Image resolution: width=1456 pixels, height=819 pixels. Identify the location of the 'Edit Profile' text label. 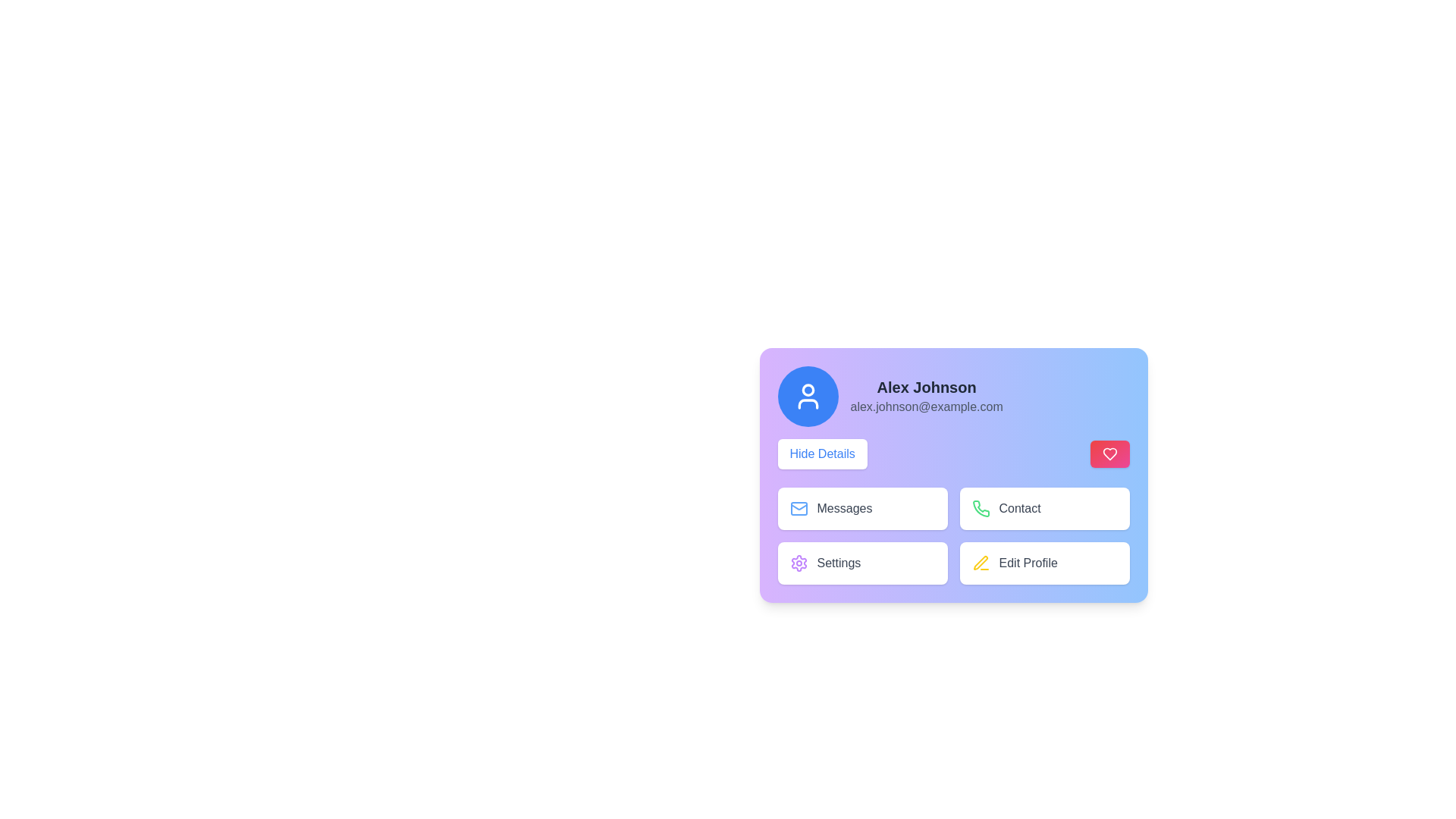
(1028, 563).